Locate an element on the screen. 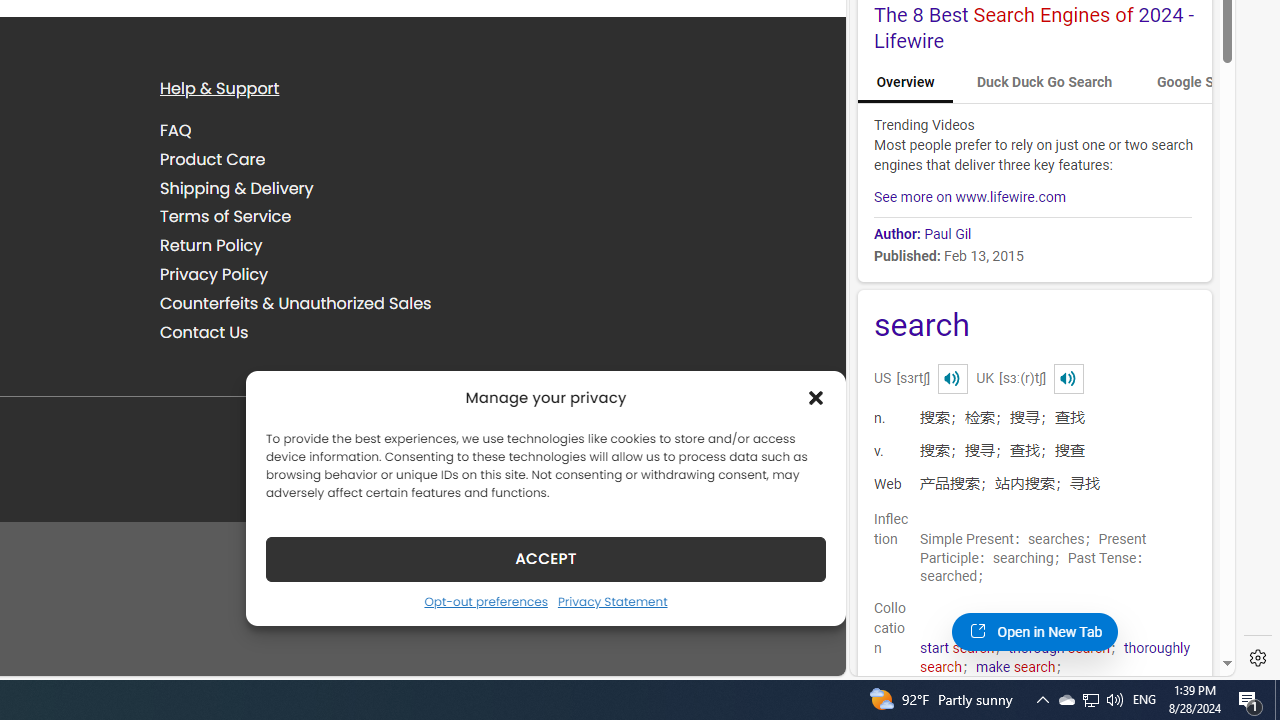 Image resolution: width=1280 pixels, height=720 pixels. 'Author: Paul Gil' is located at coordinates (1032, 229).